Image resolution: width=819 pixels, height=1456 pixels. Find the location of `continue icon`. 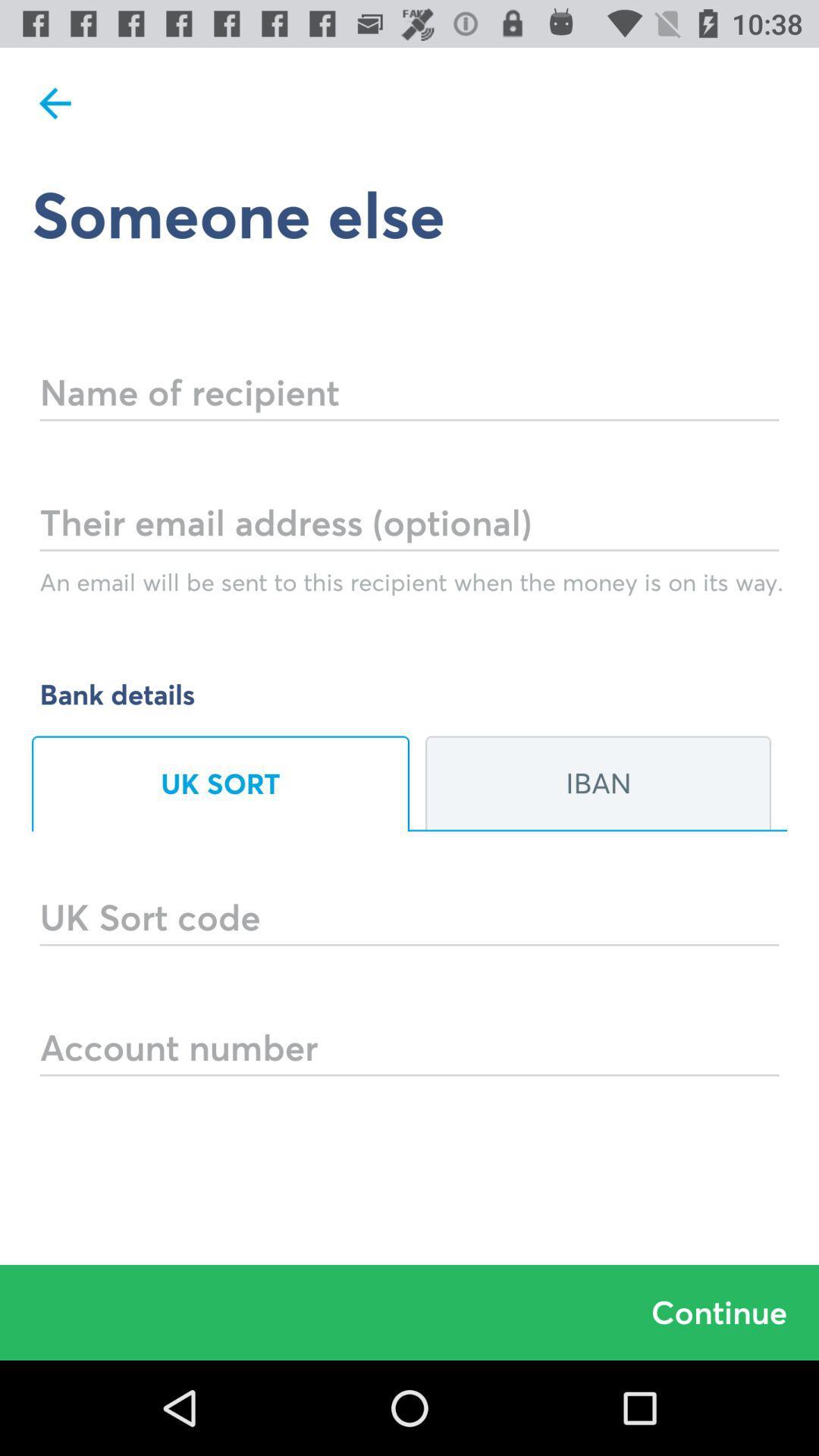

continue icon is located at coordinates (409, 1312).